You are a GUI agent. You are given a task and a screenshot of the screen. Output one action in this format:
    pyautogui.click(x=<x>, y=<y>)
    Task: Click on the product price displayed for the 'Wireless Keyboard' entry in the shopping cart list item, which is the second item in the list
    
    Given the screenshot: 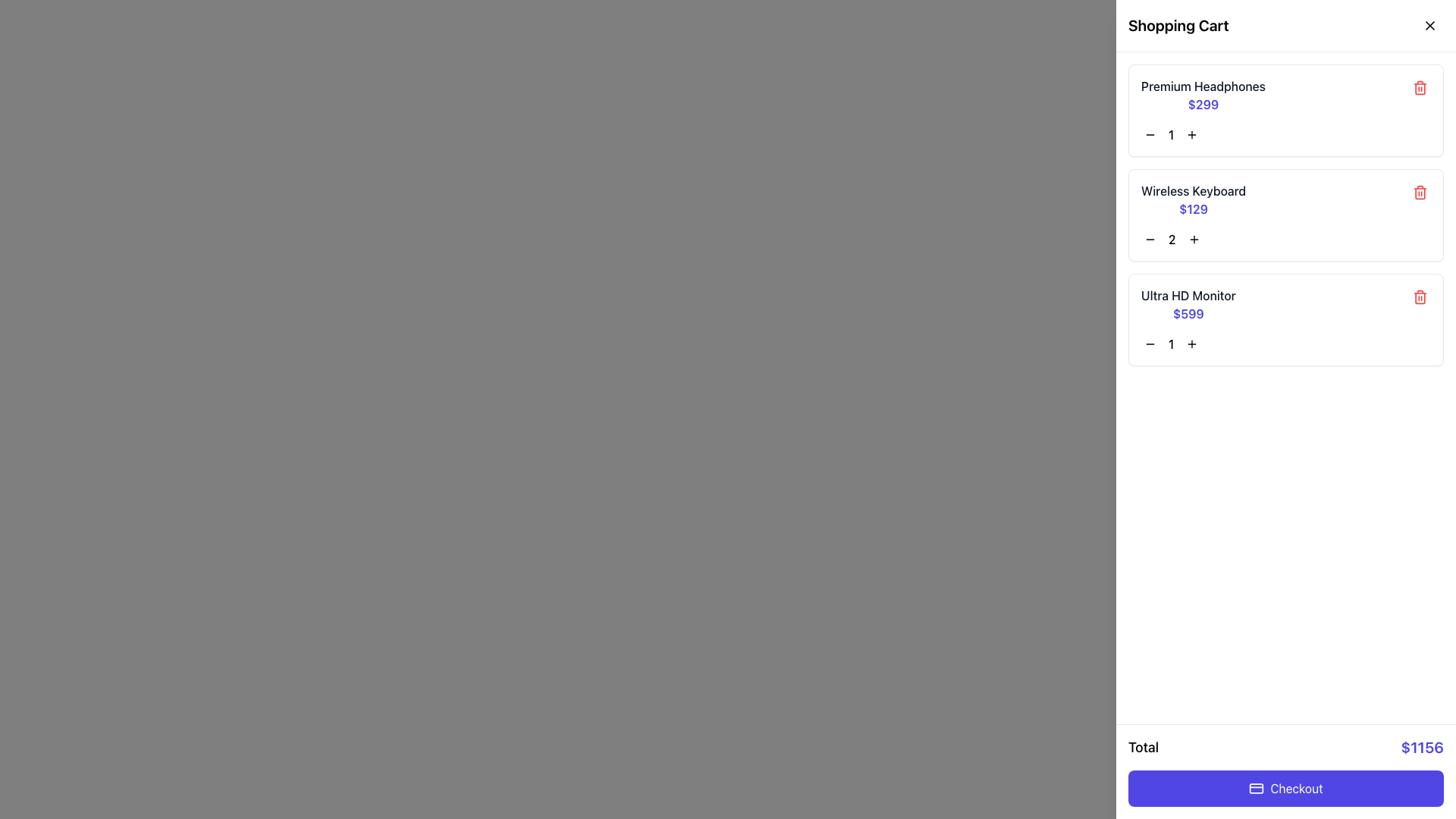 What is the action you would take?
    pyautogui.click(x=1285, y=199)
    